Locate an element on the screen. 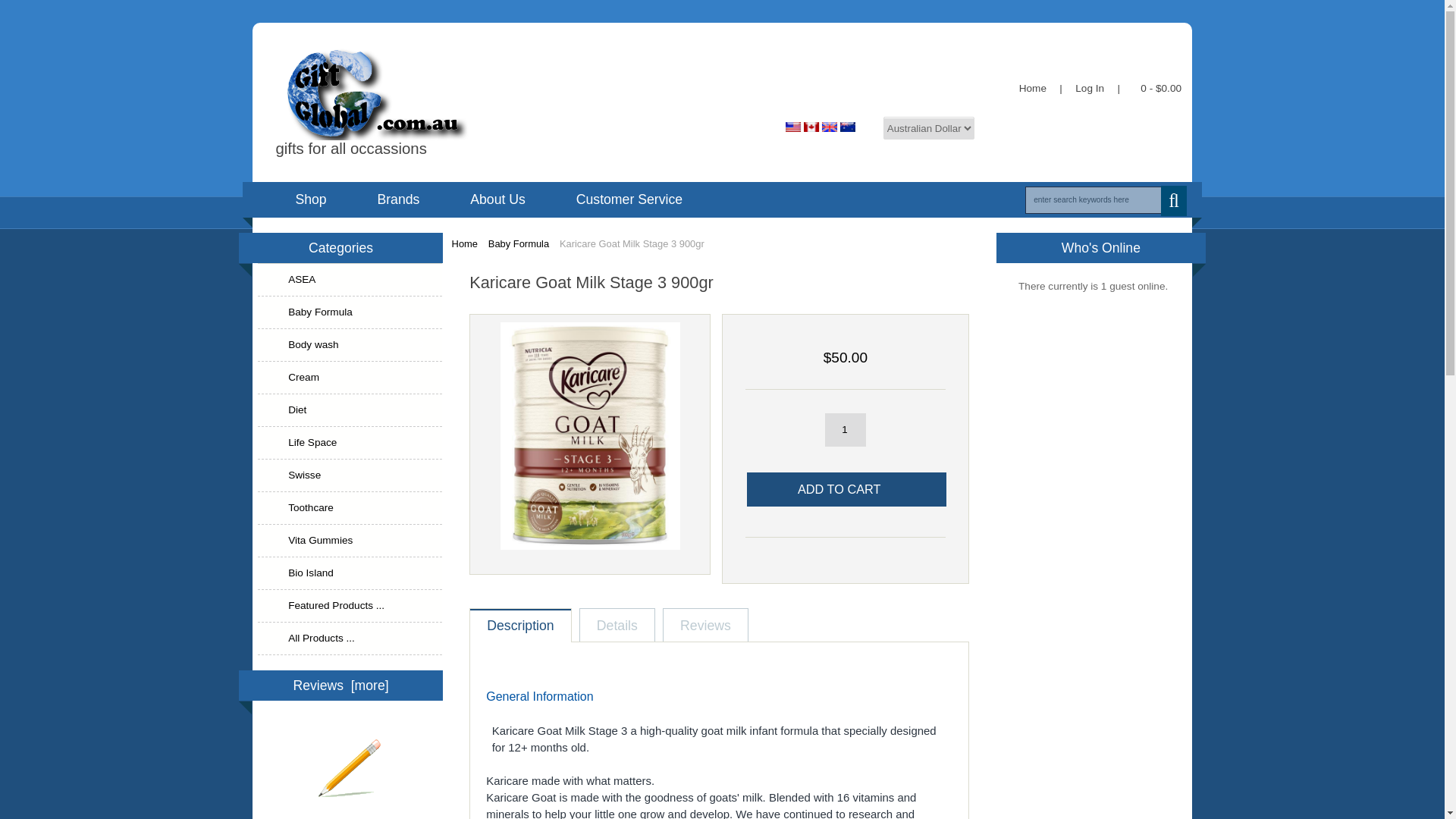 This screenshot has height=819, width=1456. '0 - $0.00' is located at coordinates (1156, 88).